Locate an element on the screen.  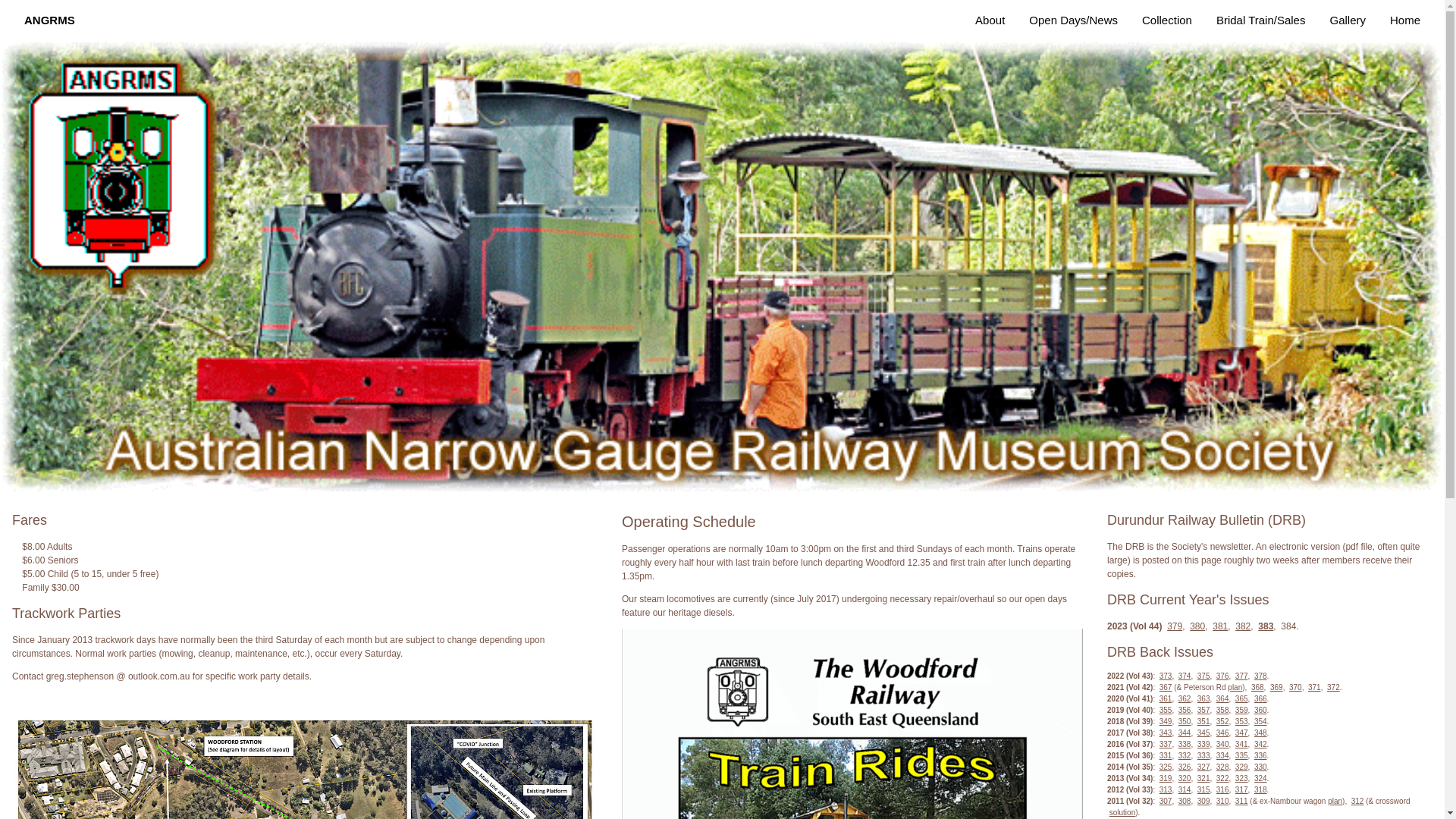
'352' is located at coordinates (1222, 720).